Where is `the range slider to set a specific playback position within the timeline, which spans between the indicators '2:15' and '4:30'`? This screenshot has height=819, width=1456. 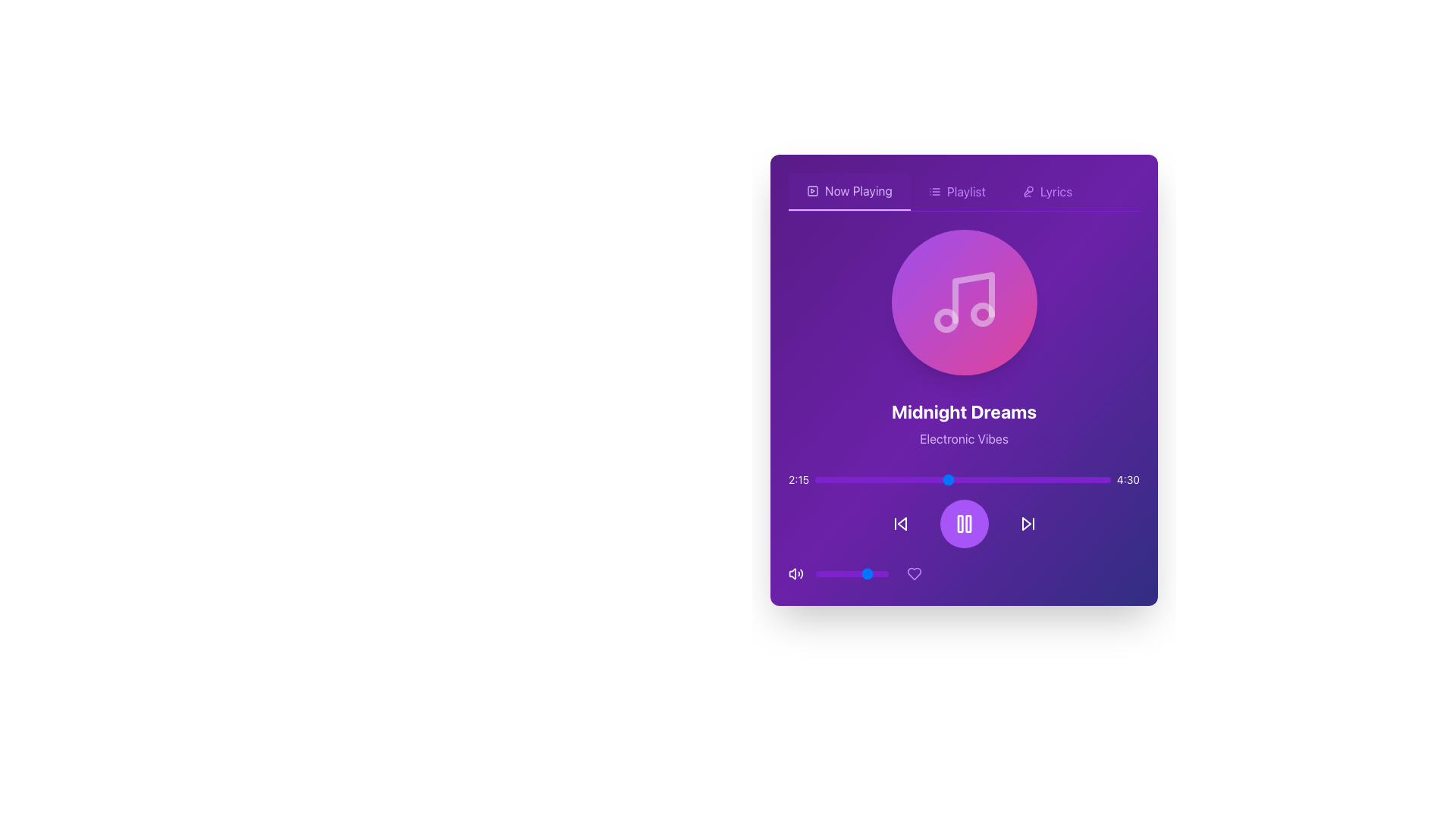
the range slider to set a specific playback position within the timeline, which spans between the indicators '2:15' and '4:30' is located at coordinates (962, 479).